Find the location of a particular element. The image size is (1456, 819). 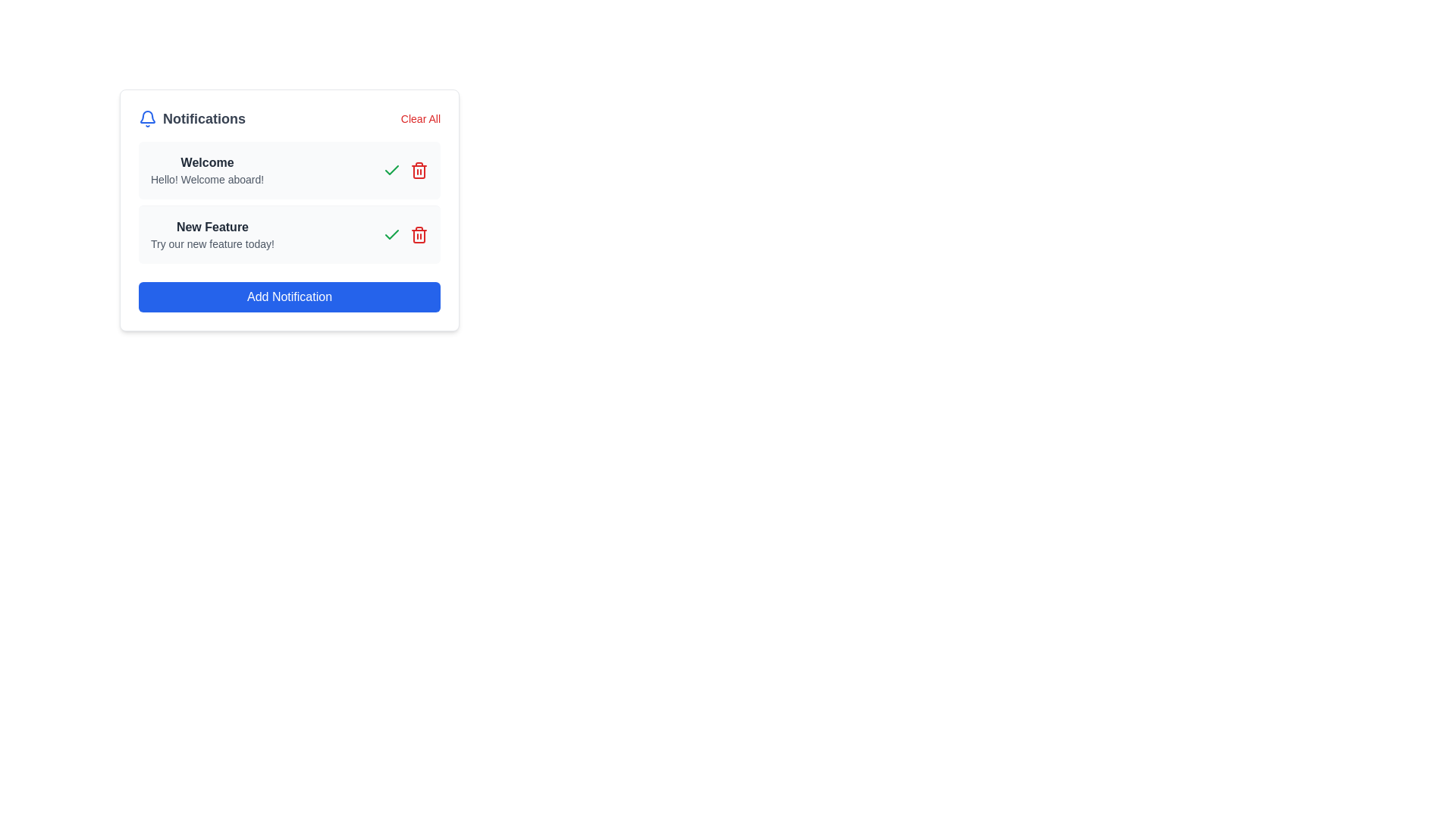

the 'Clear Notifications' link in the top right of the header section is located at coordinates (420, 118).